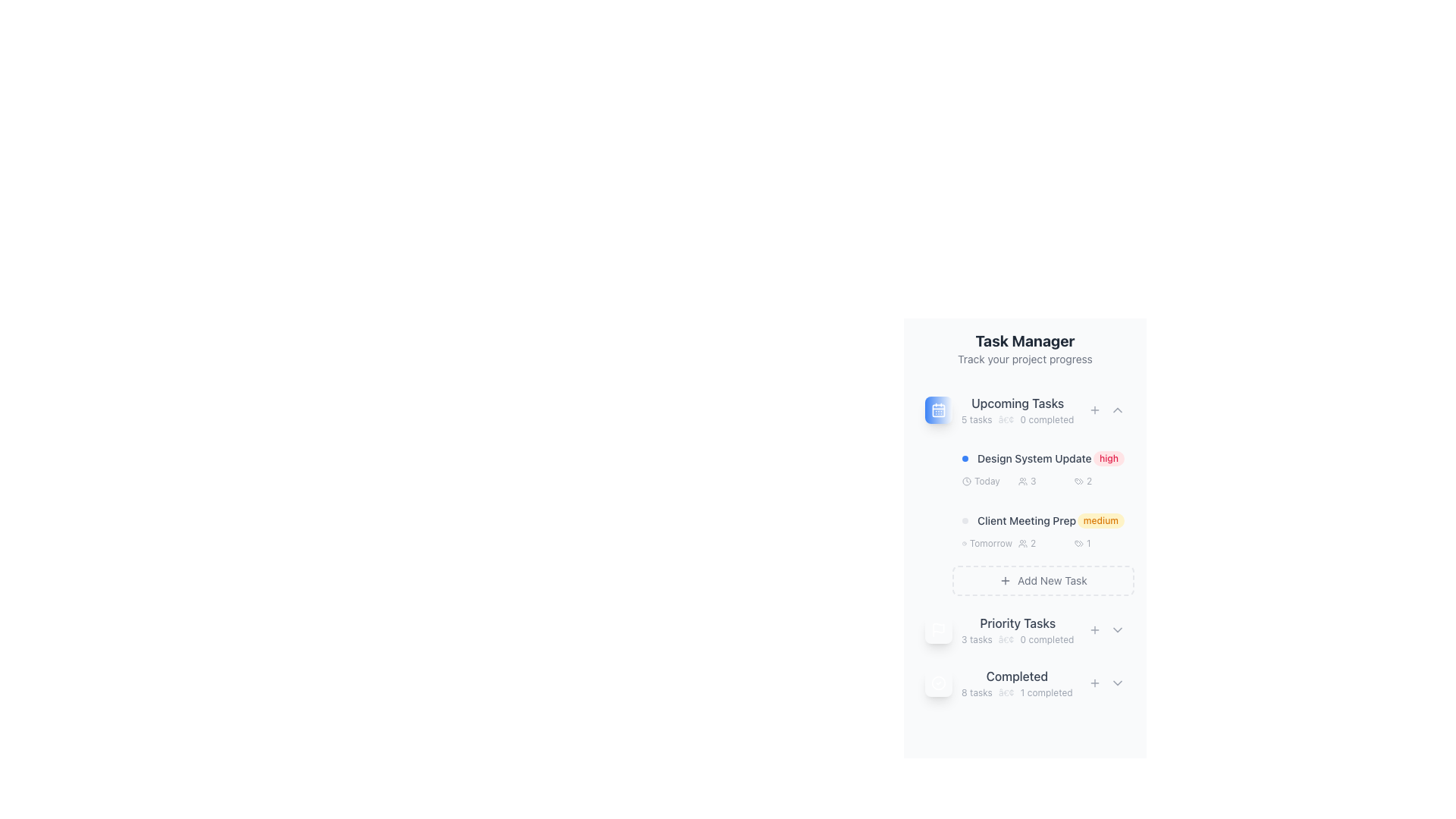 This screenshot has height=819, width=1456. I want to click on the small rounded rectangular button with a gradient background and a calendar icon, located in the 'Upcoming Tasks' section to the left of the text 'Upcoming Tasks', so click(938, 409).